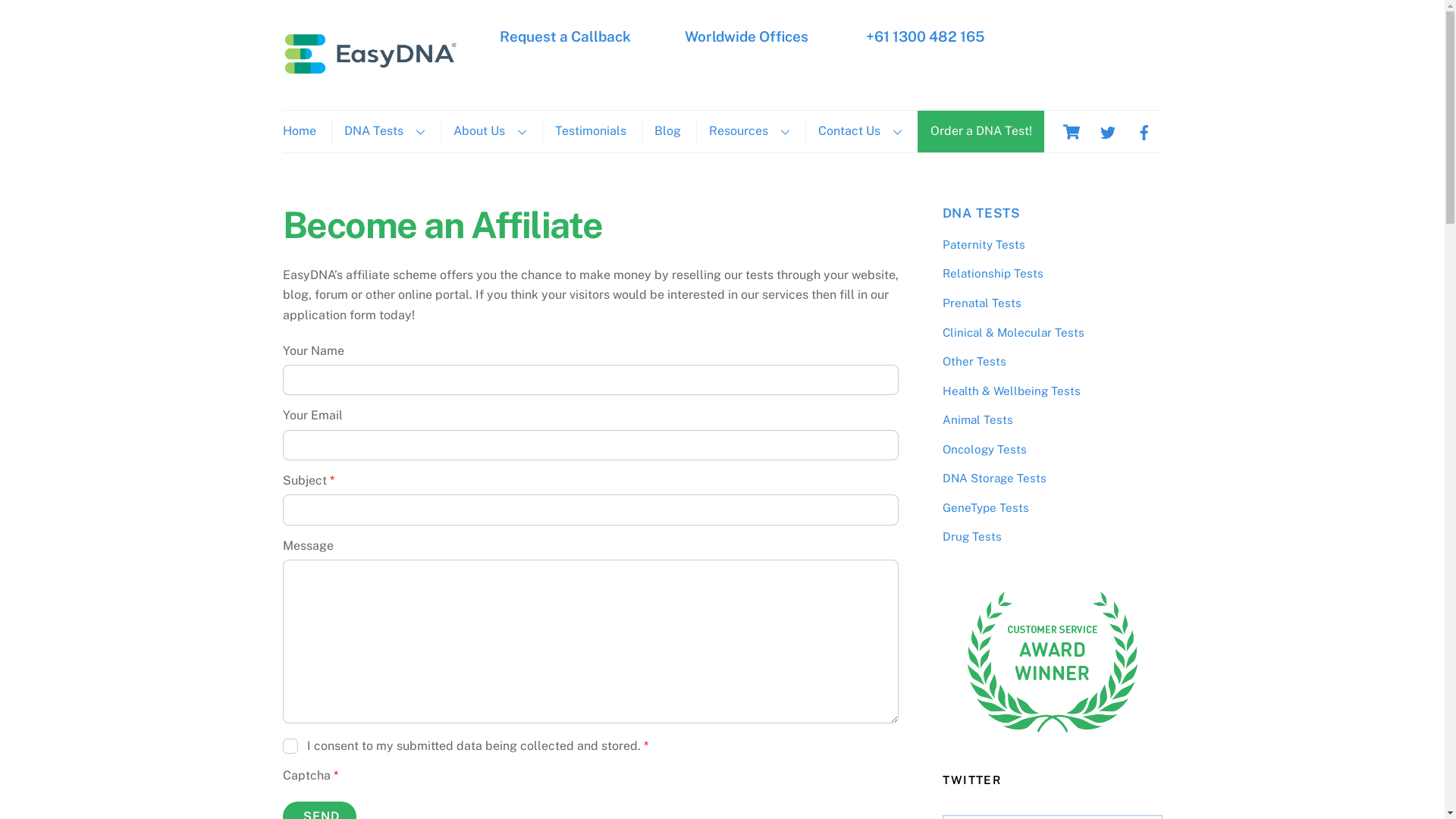  Describe the element at coordinates (983, 243) in the screenshot. I see `'Paternity Tests'` at that location.